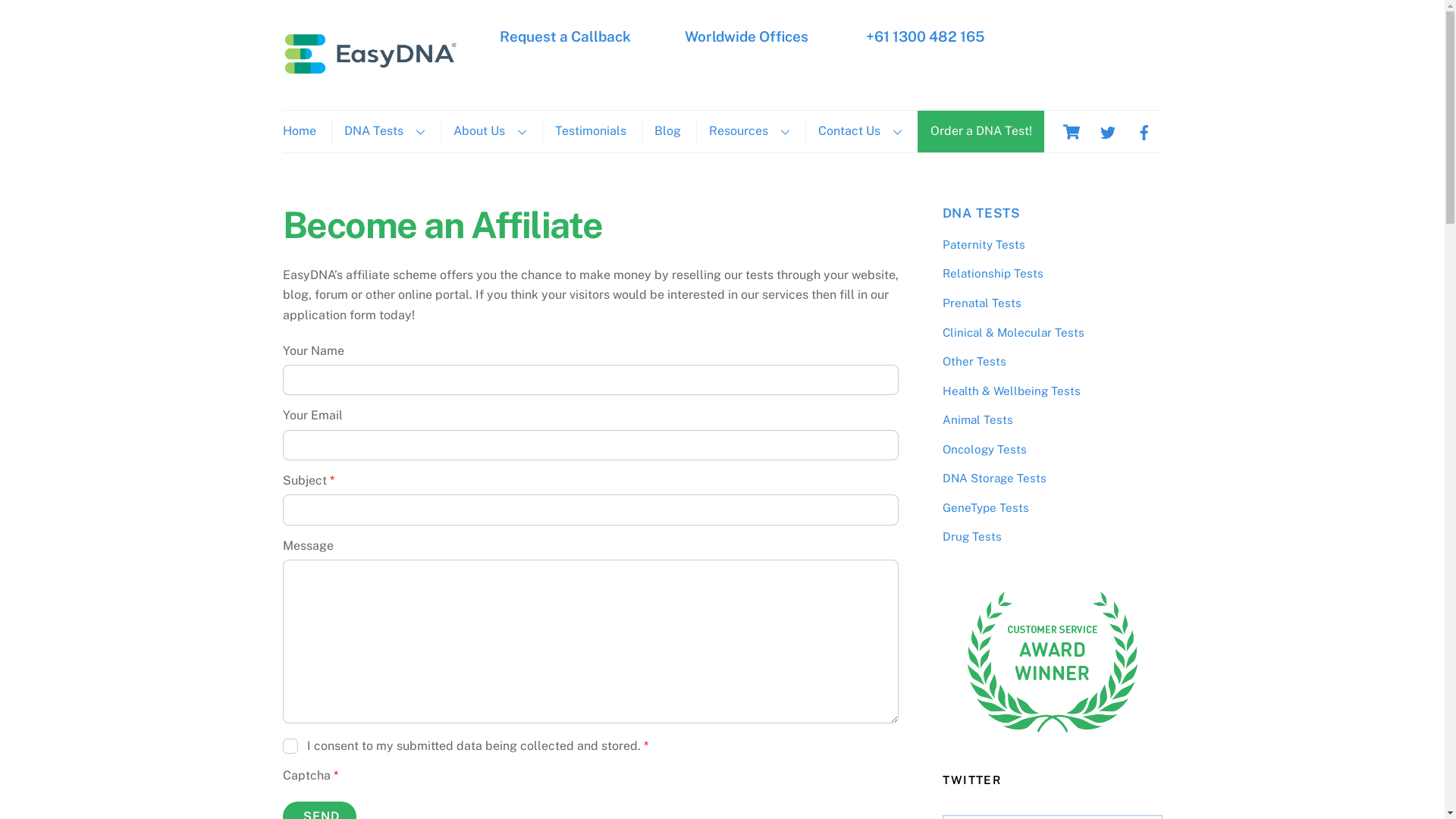  Describe the element at coordinates (983, 243) in the screenshot. I see `'Paternity Tests'` at that location.